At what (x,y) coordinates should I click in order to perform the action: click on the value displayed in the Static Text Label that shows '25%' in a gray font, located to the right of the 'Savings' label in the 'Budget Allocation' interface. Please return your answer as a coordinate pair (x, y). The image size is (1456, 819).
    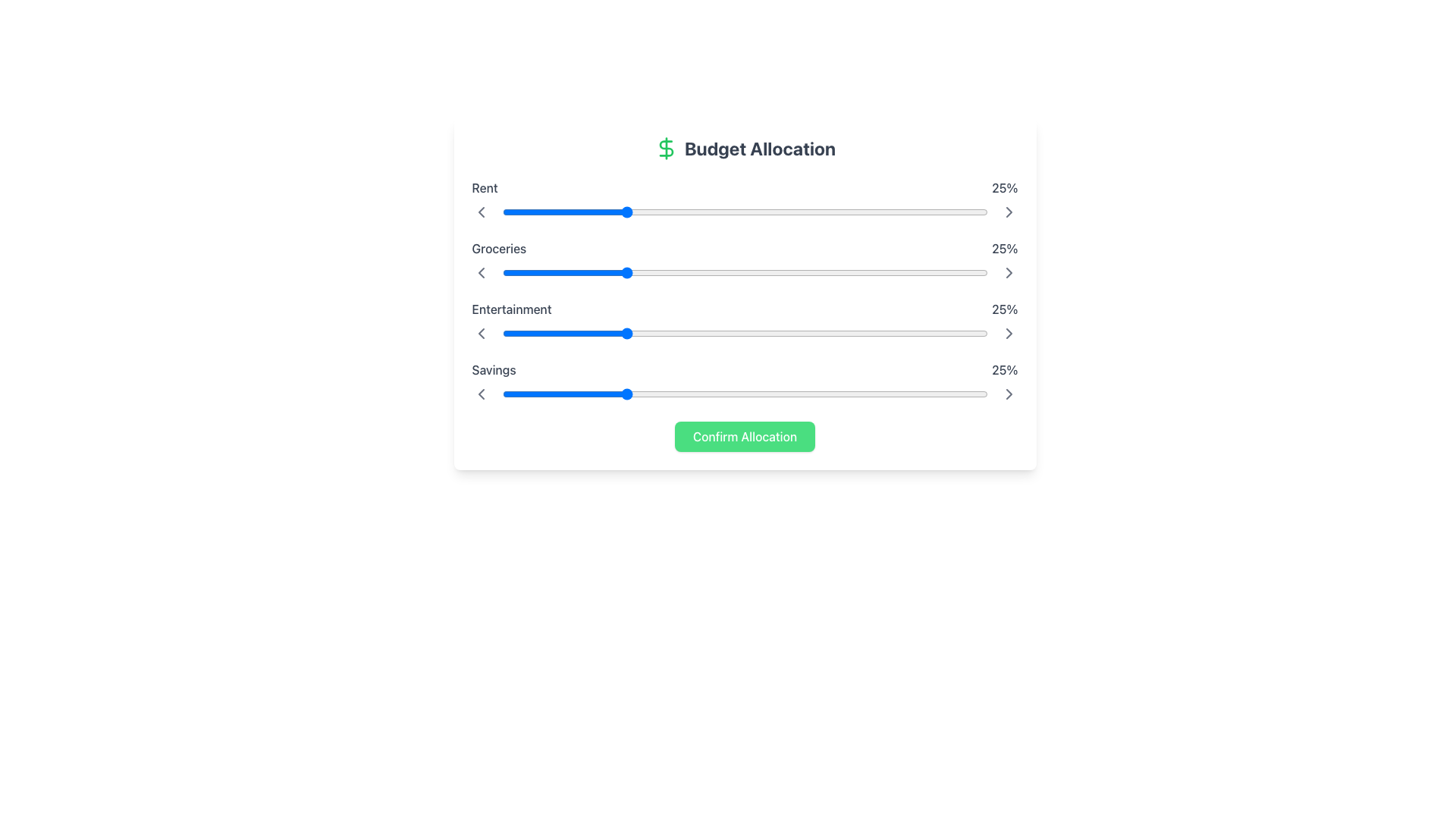
    Looking at the image, I should click on (1005, 370).